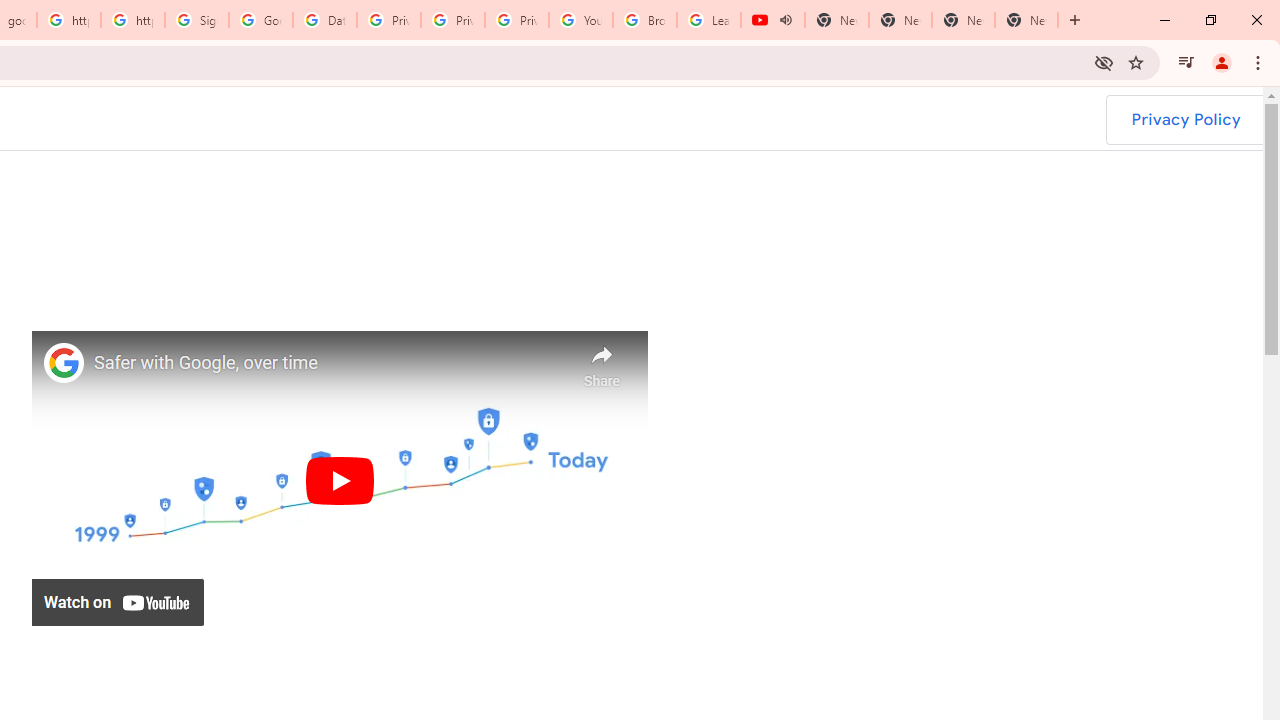 The height and width of the screenshot is (720, 1280). Describe the element at coordinates (132, 20) in the screenshot. I see `'https://scholar.google.com/'` at that location.